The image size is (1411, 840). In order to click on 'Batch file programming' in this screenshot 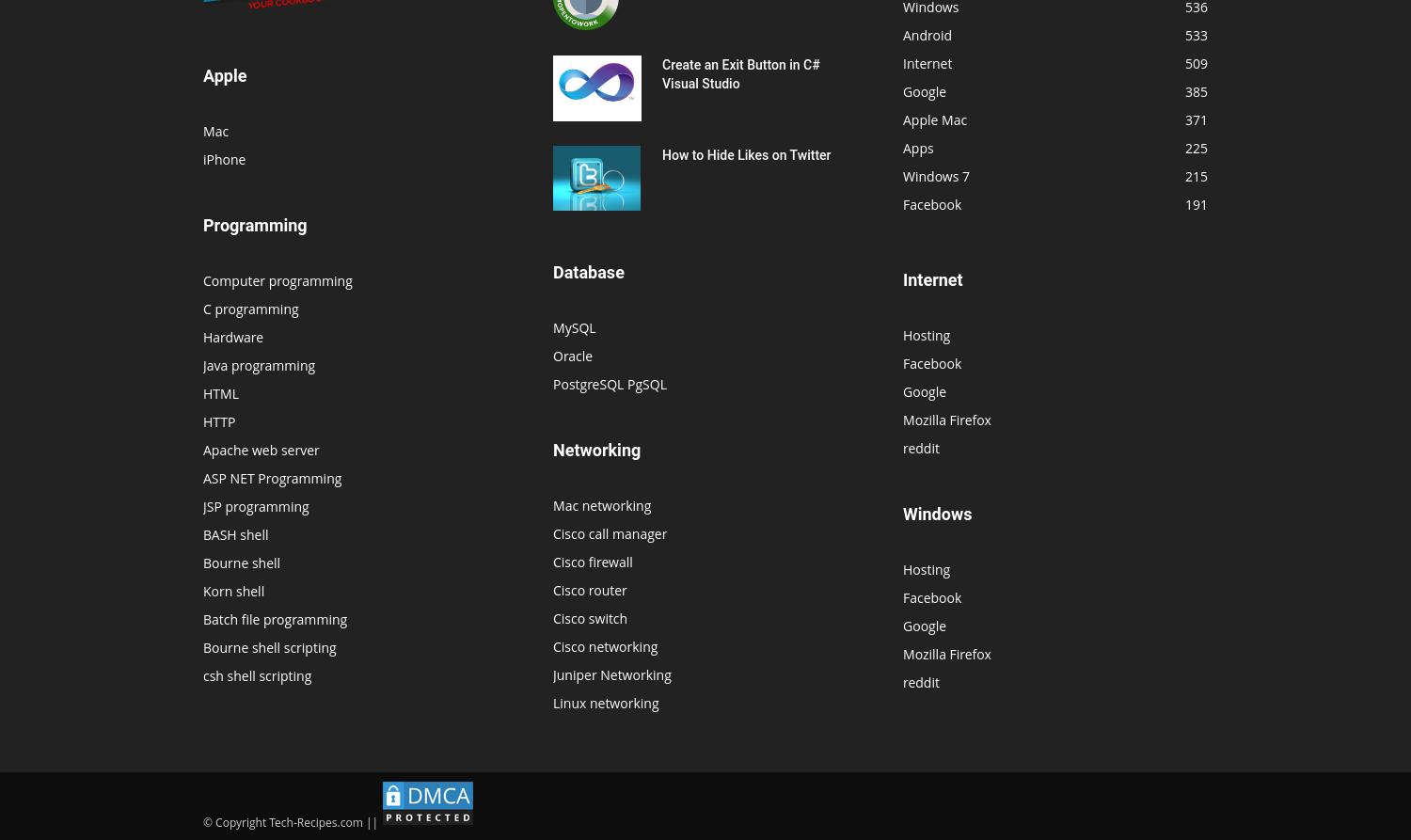, I will do `click(275, 618)`.